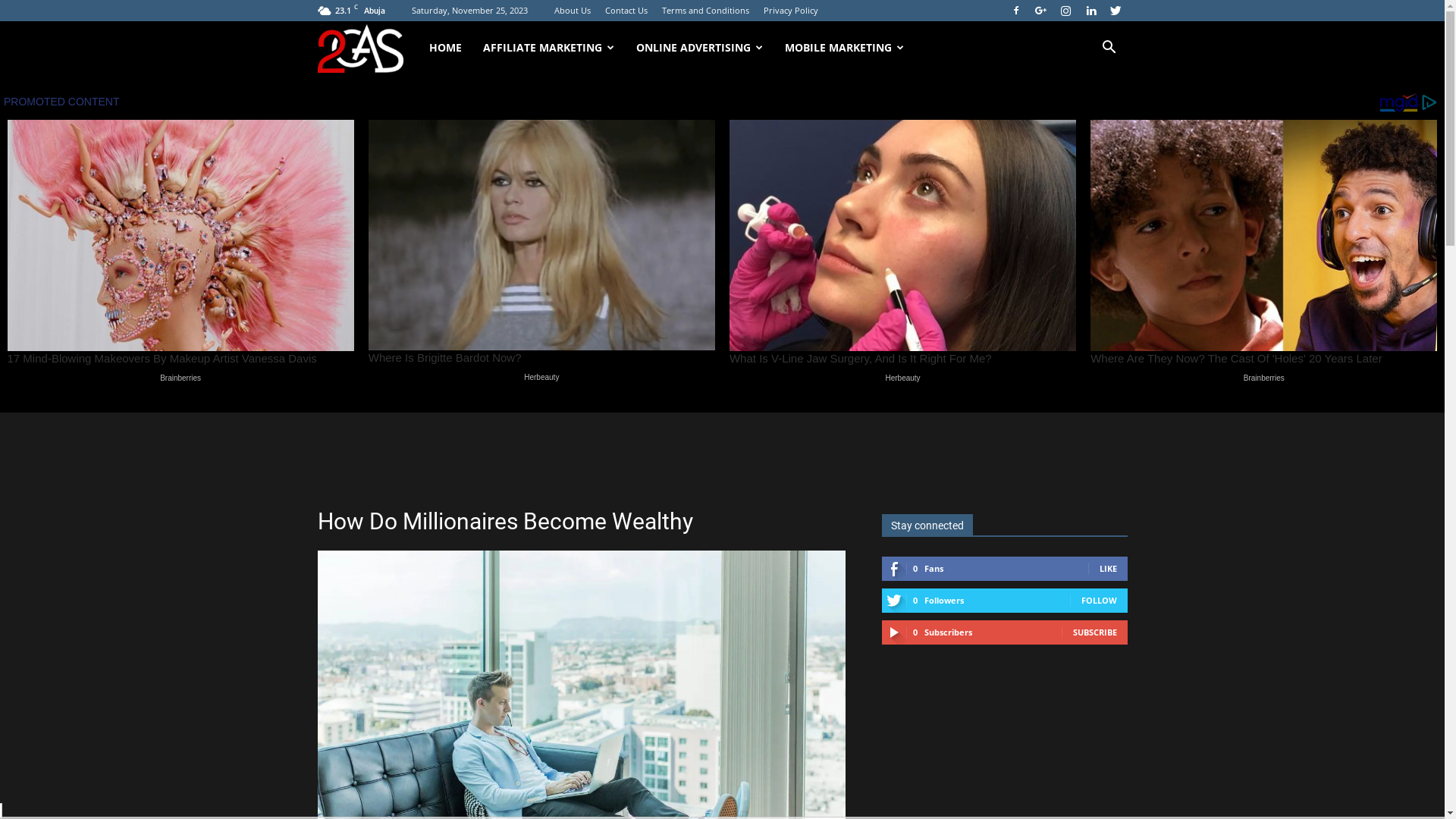 The image size is (1456, 819). I want to click on 'Facebook', so click(1015, 11).